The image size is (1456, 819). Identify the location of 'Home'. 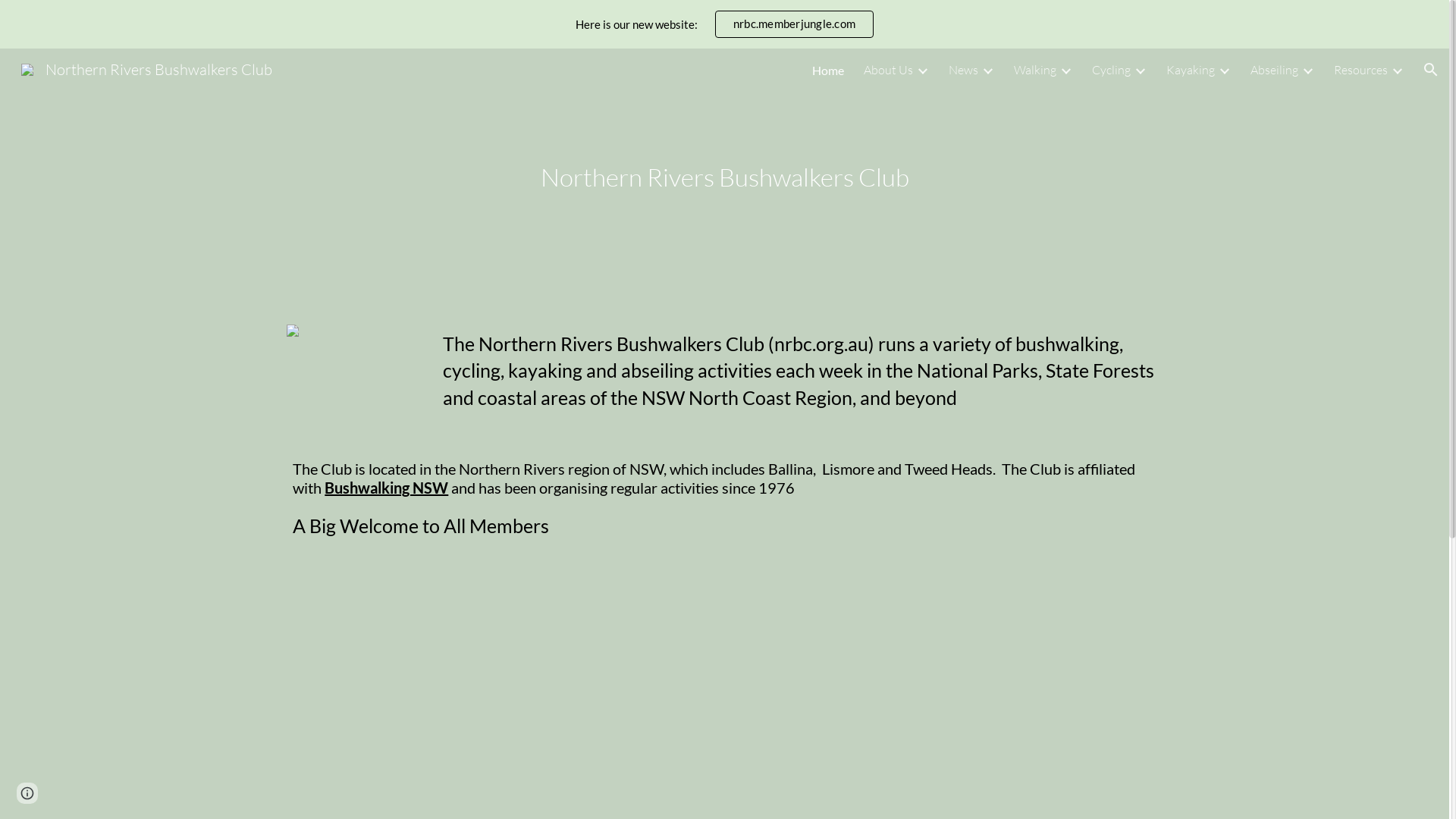
(827, 69).